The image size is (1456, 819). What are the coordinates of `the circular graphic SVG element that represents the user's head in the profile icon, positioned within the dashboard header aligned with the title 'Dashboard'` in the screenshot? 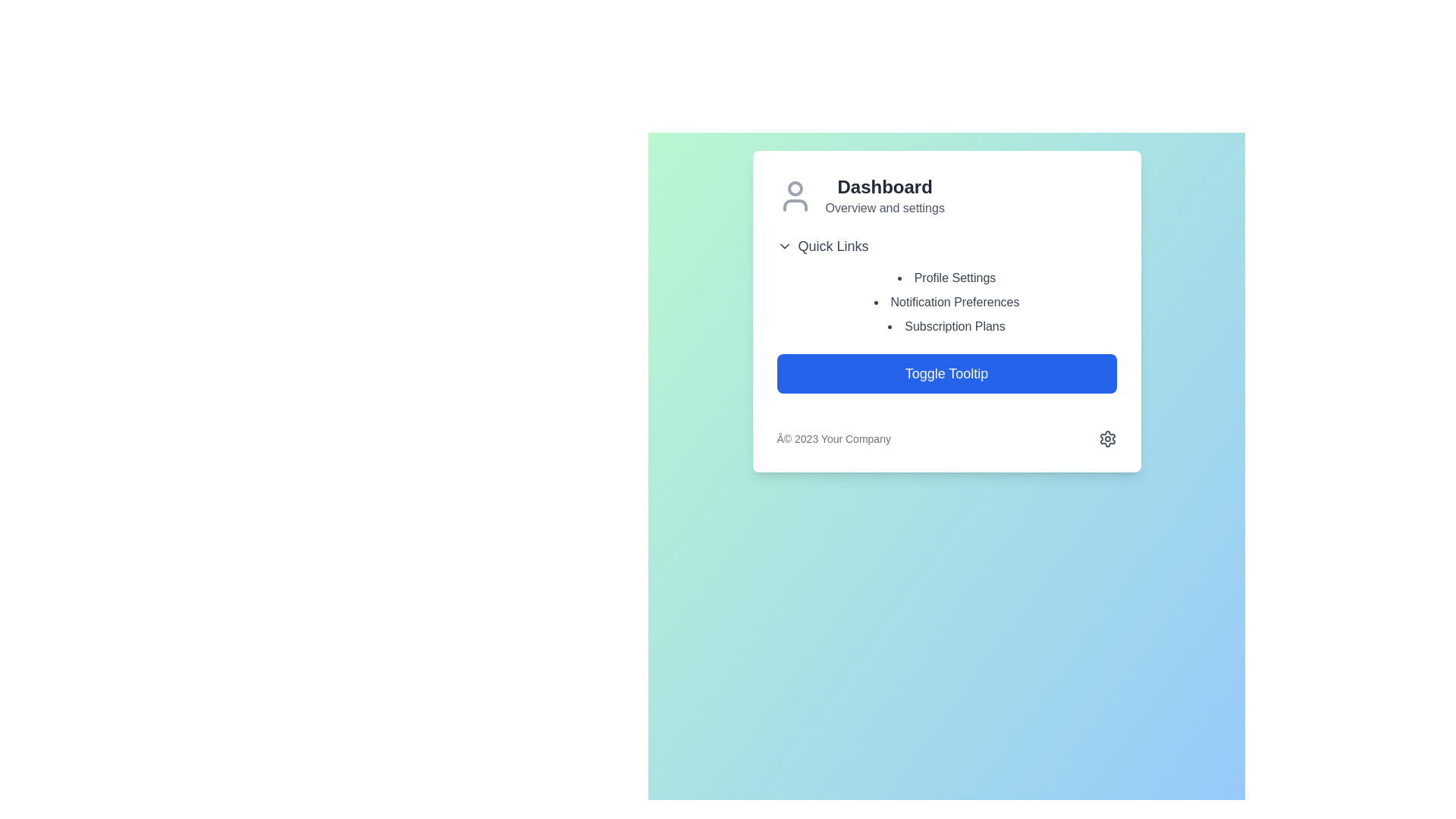 It's located at (794, 188).